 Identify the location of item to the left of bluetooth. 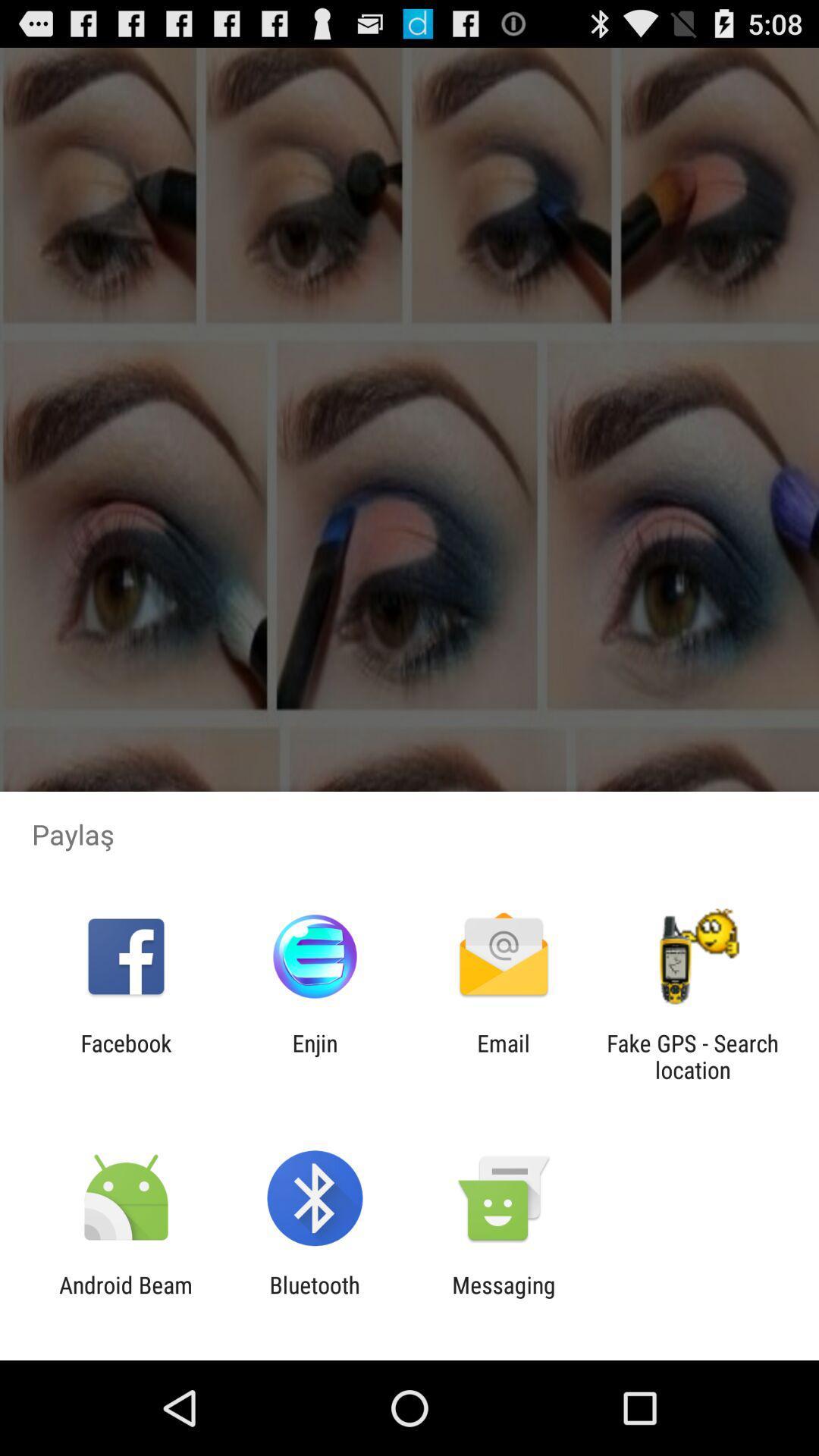
(125, 1298).